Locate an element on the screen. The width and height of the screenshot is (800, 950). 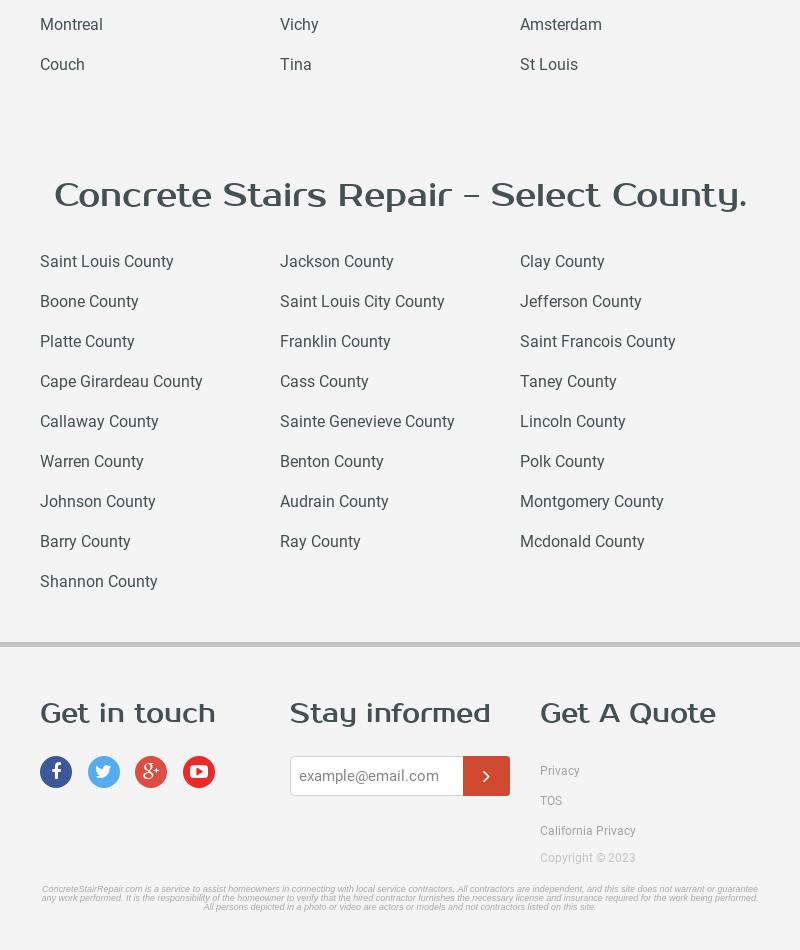
'Sainte Genevieve County' is located at coordinates (366, 420).